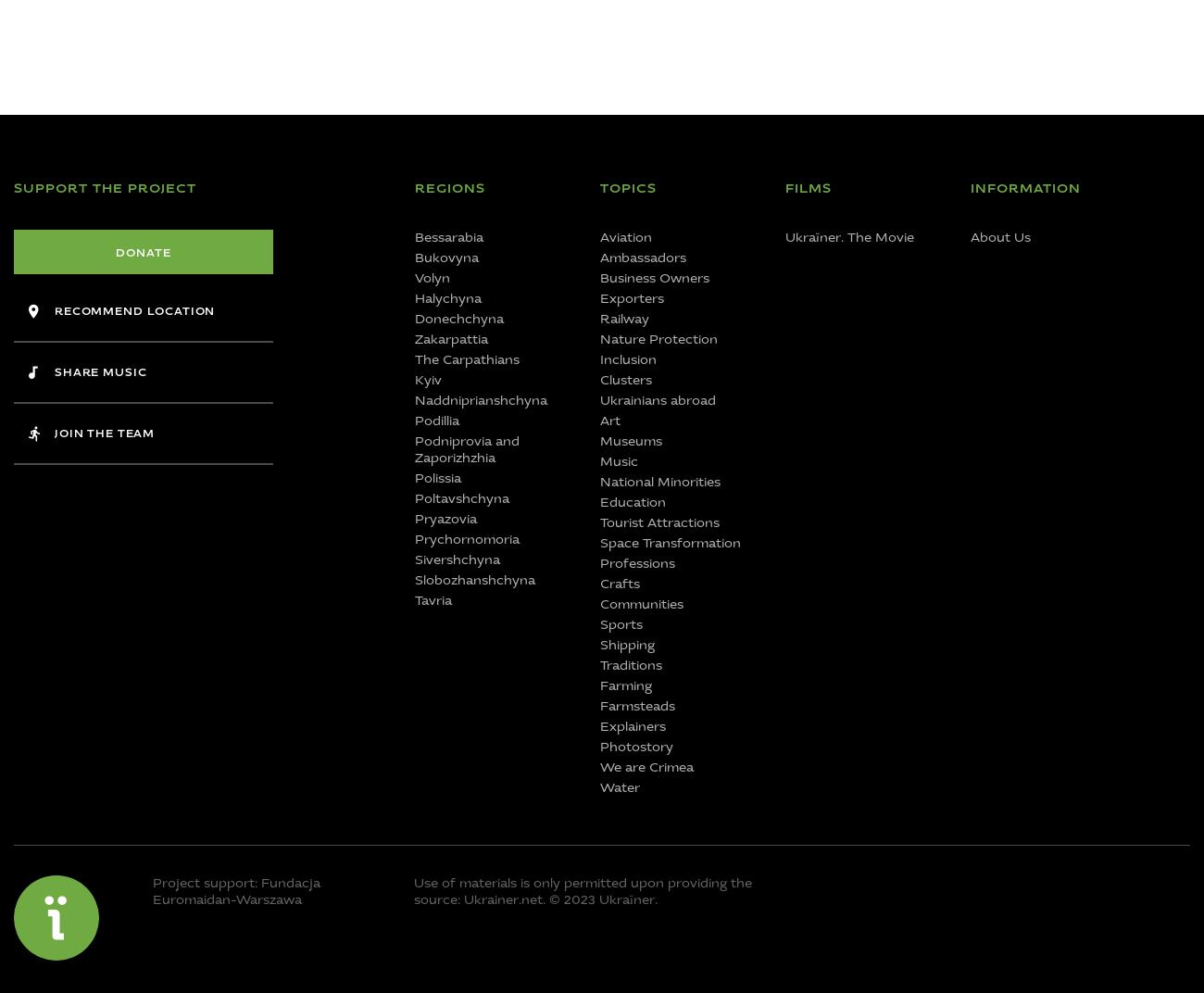 Image resolution: width=1204 pixels, height=993 pixels. What do you see at coordinates (583, 890) in the screenshot?
I see `'is only permitted upon providing the source: Ukrainer.net. © 2023 Ukraїner.'` at bounding box center [583, 890].